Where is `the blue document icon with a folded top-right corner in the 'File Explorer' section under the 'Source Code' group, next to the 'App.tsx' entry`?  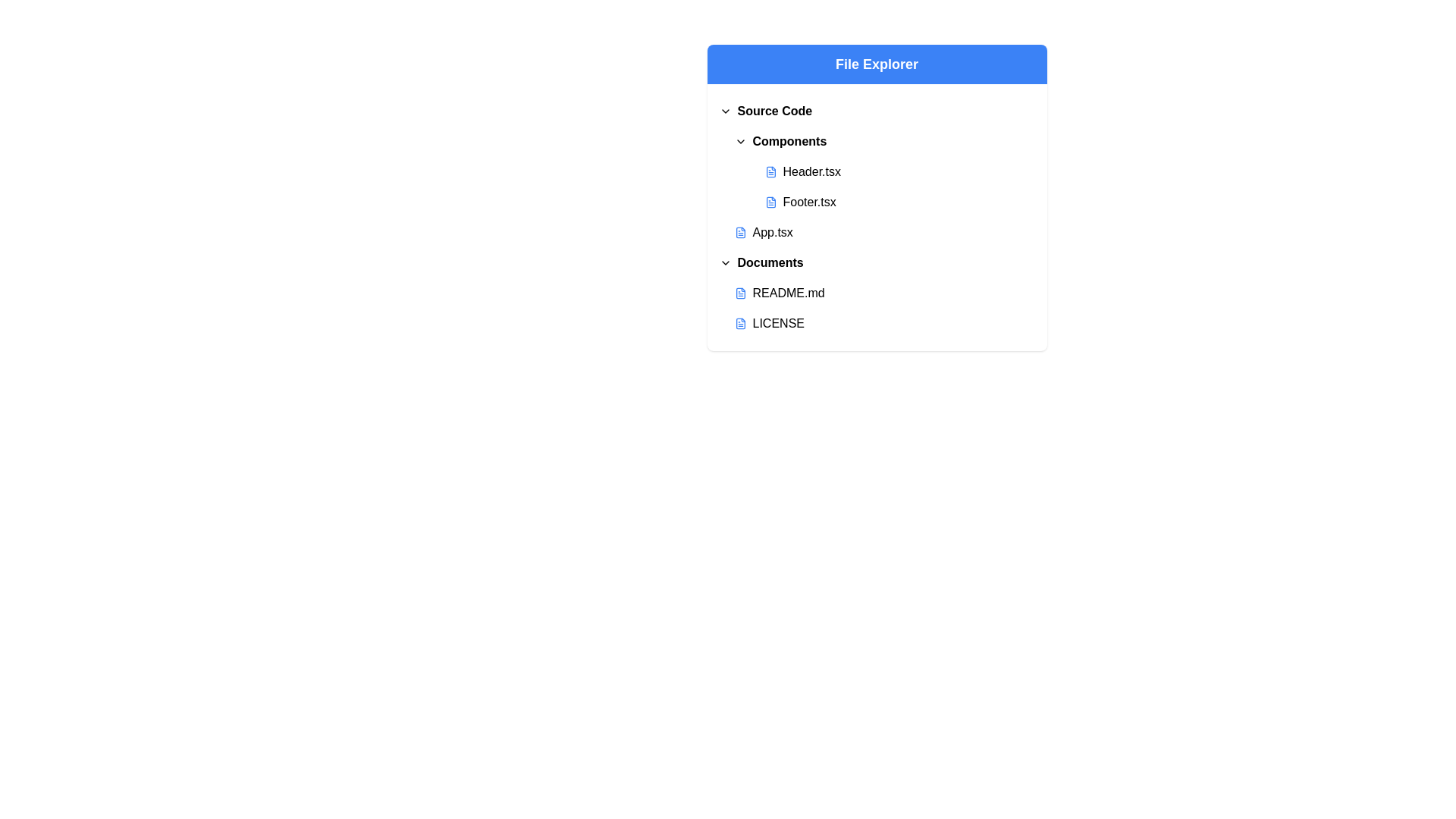 the blue document icon with a folded top-right corner in the 'File Explorer' section under the 'Source Code' group, next to the 'App.tsx' entry is located at coordinates (740, 233).